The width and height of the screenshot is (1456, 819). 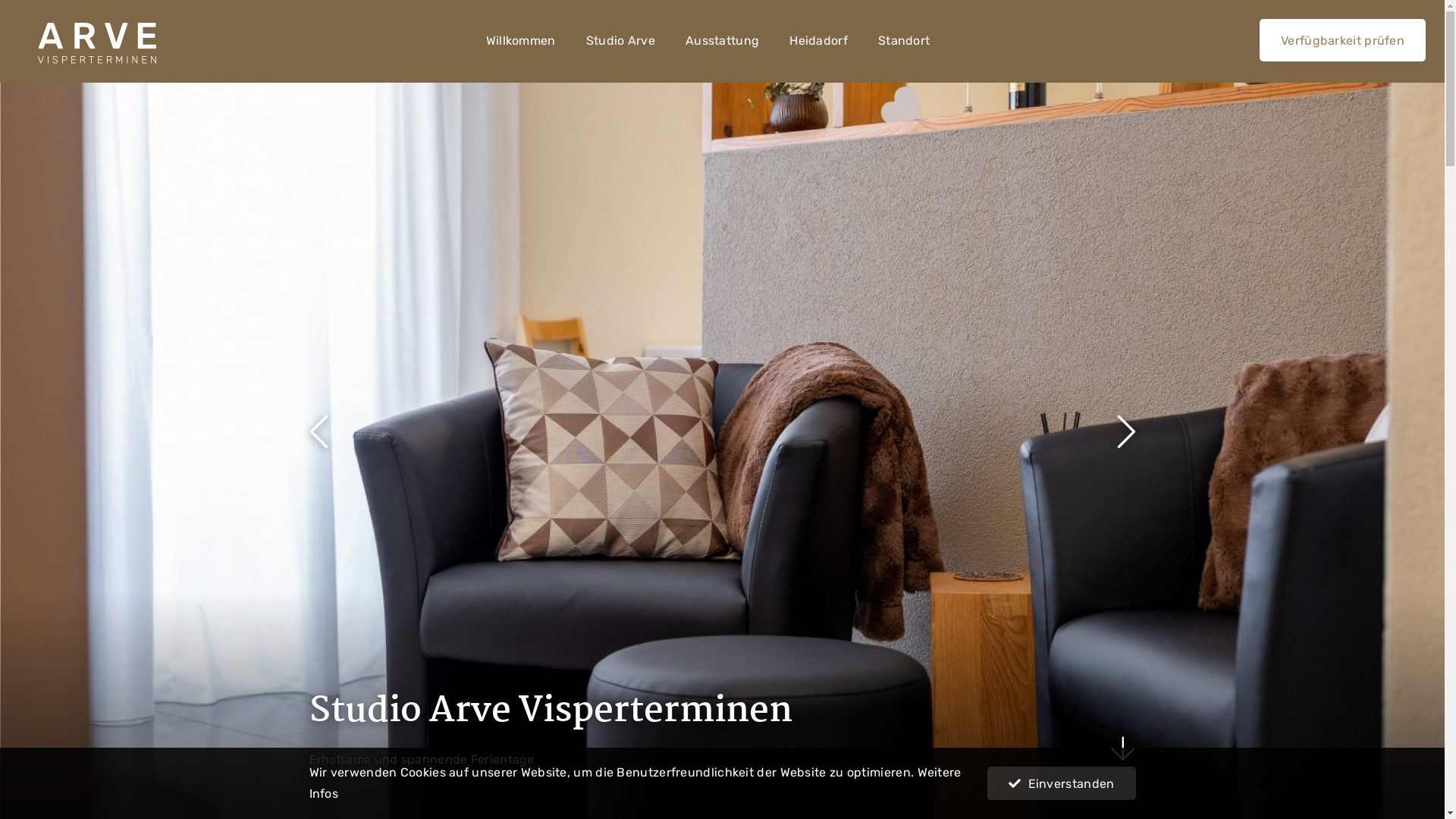 I want to click on 'Willkommen', so click(x=486, y=40).